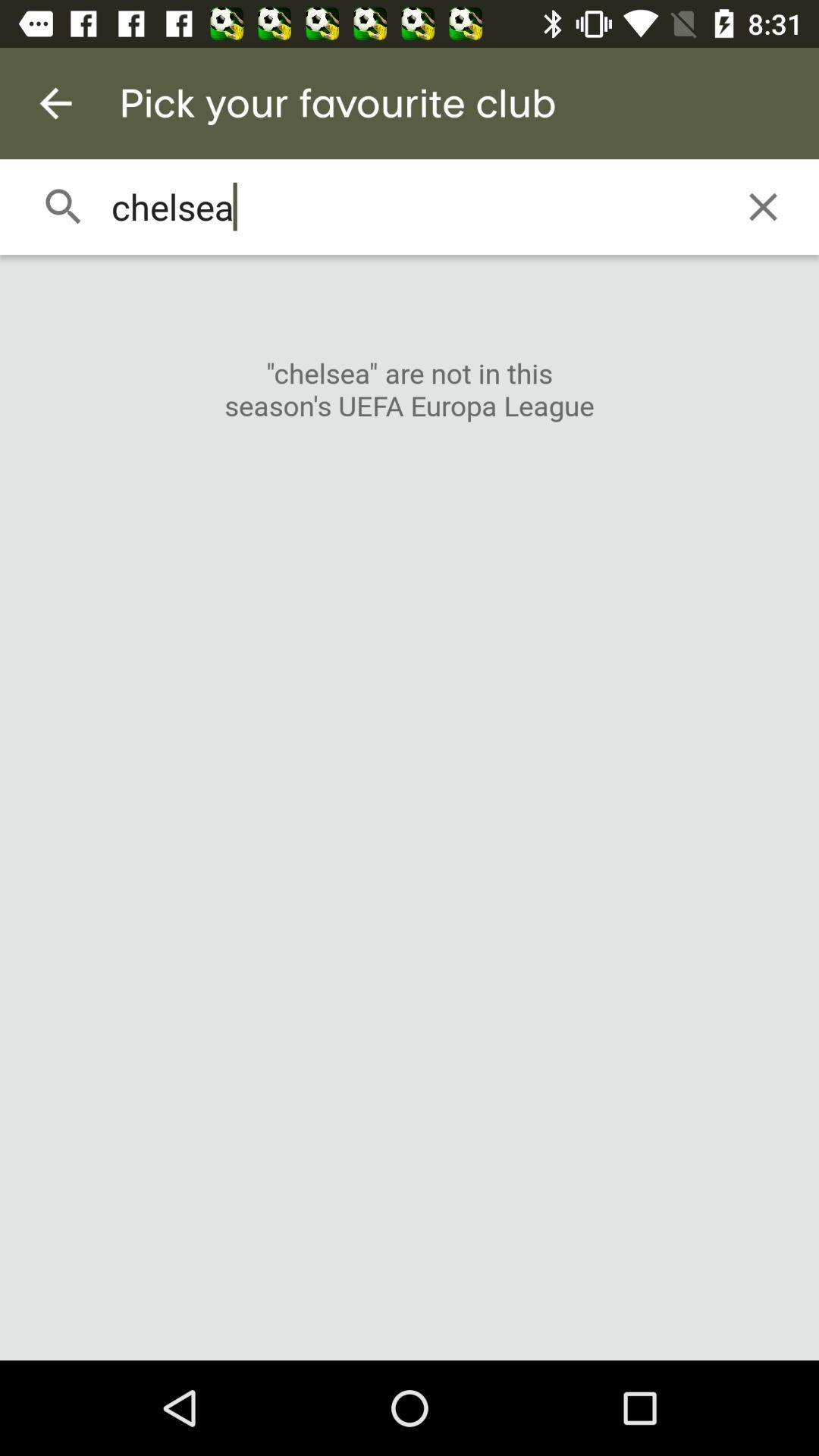  What do you see at coordinates (55, 102) in the screenshot?
I see `item next to the pick your favourite item` at bounding box center [55, 102].